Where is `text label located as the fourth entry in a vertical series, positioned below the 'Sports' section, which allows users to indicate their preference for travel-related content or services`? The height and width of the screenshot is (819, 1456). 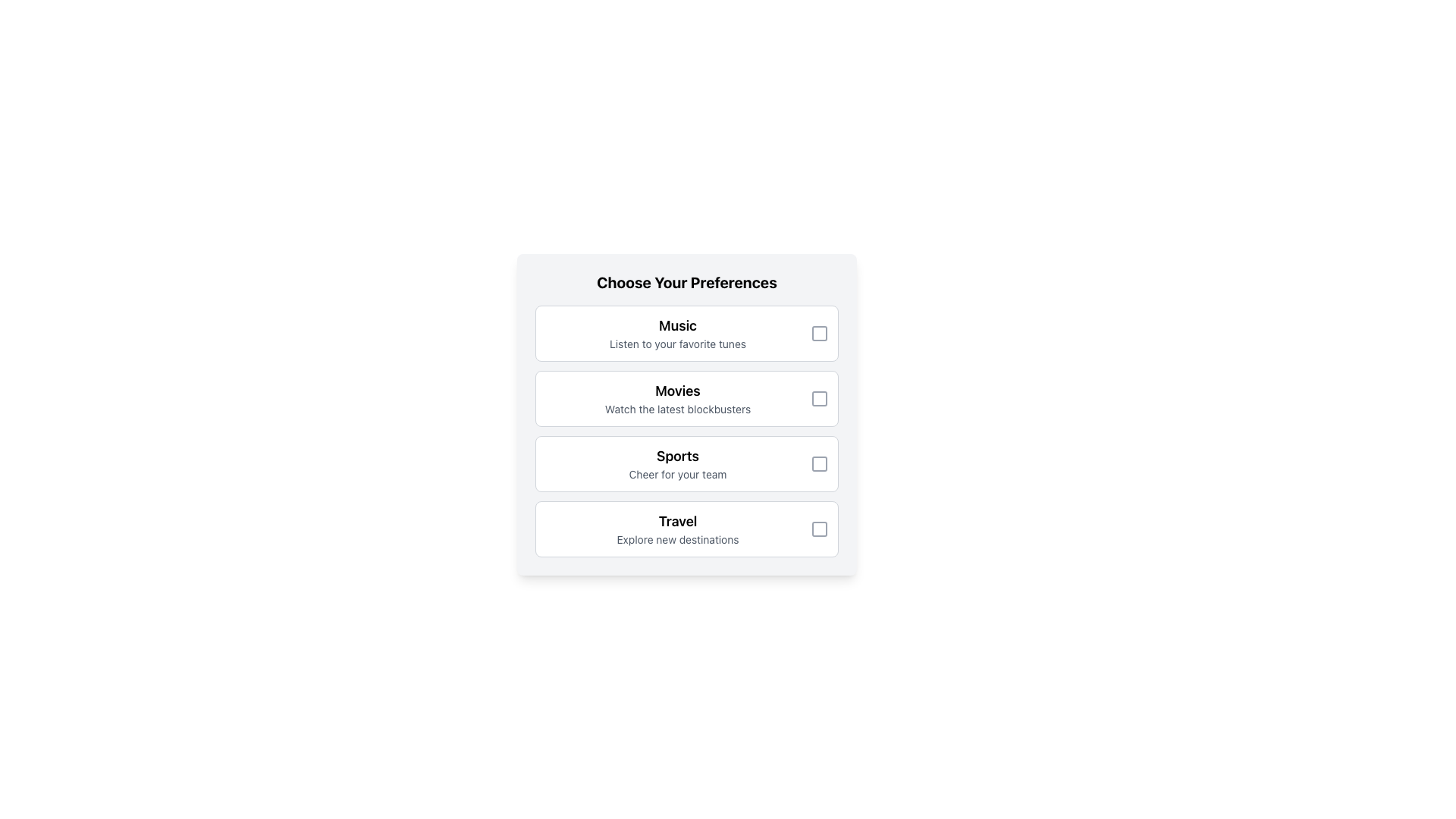
text label located as the fourth entry in a vertical series, positioned below the 'Sports' section, which allows users to indicate their preference for travel-related content or services is located at coordinates (676, 529).